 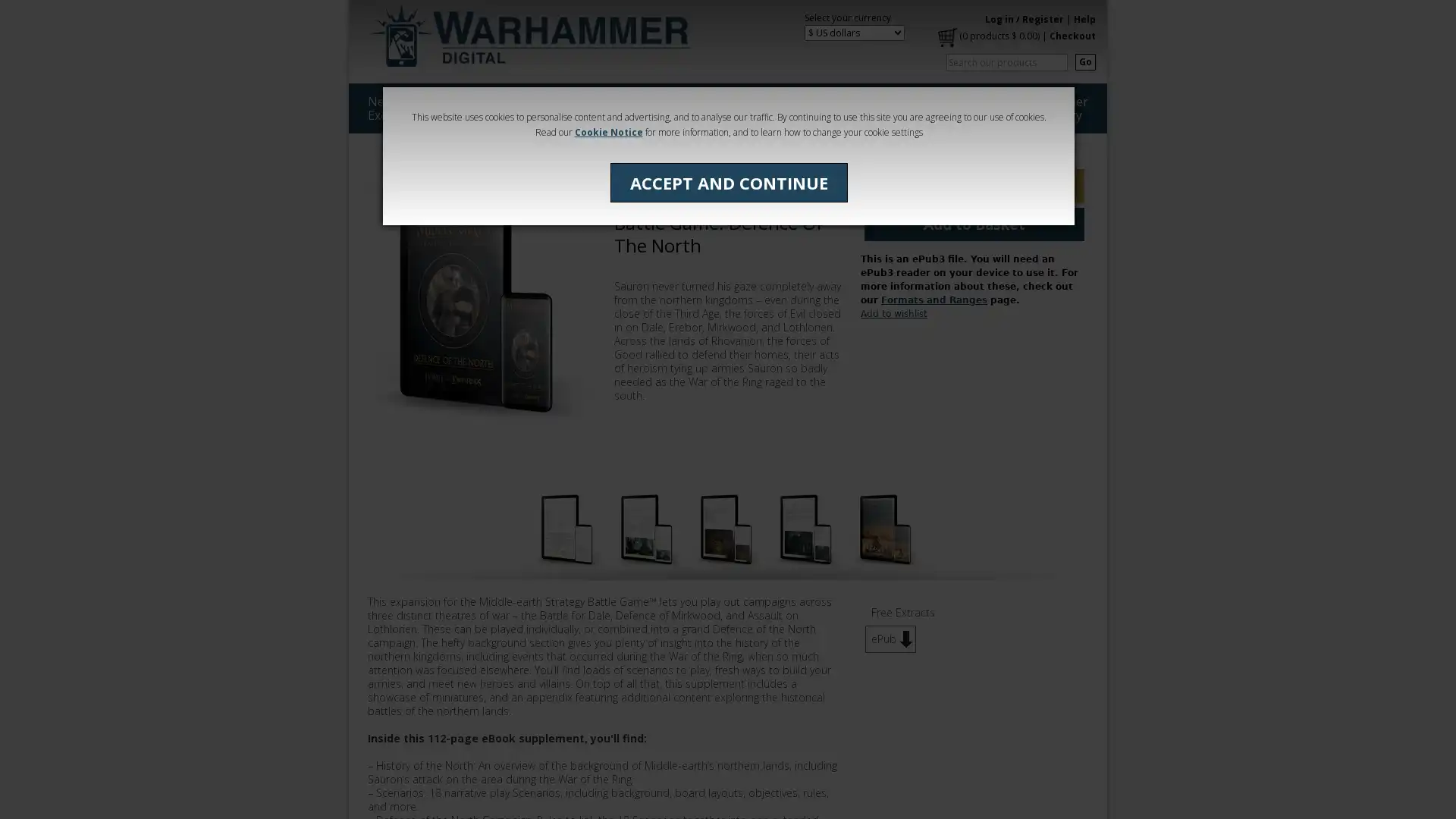 I want to click on ACCEPT AND CONTINUE, so click(x=728, y=181).